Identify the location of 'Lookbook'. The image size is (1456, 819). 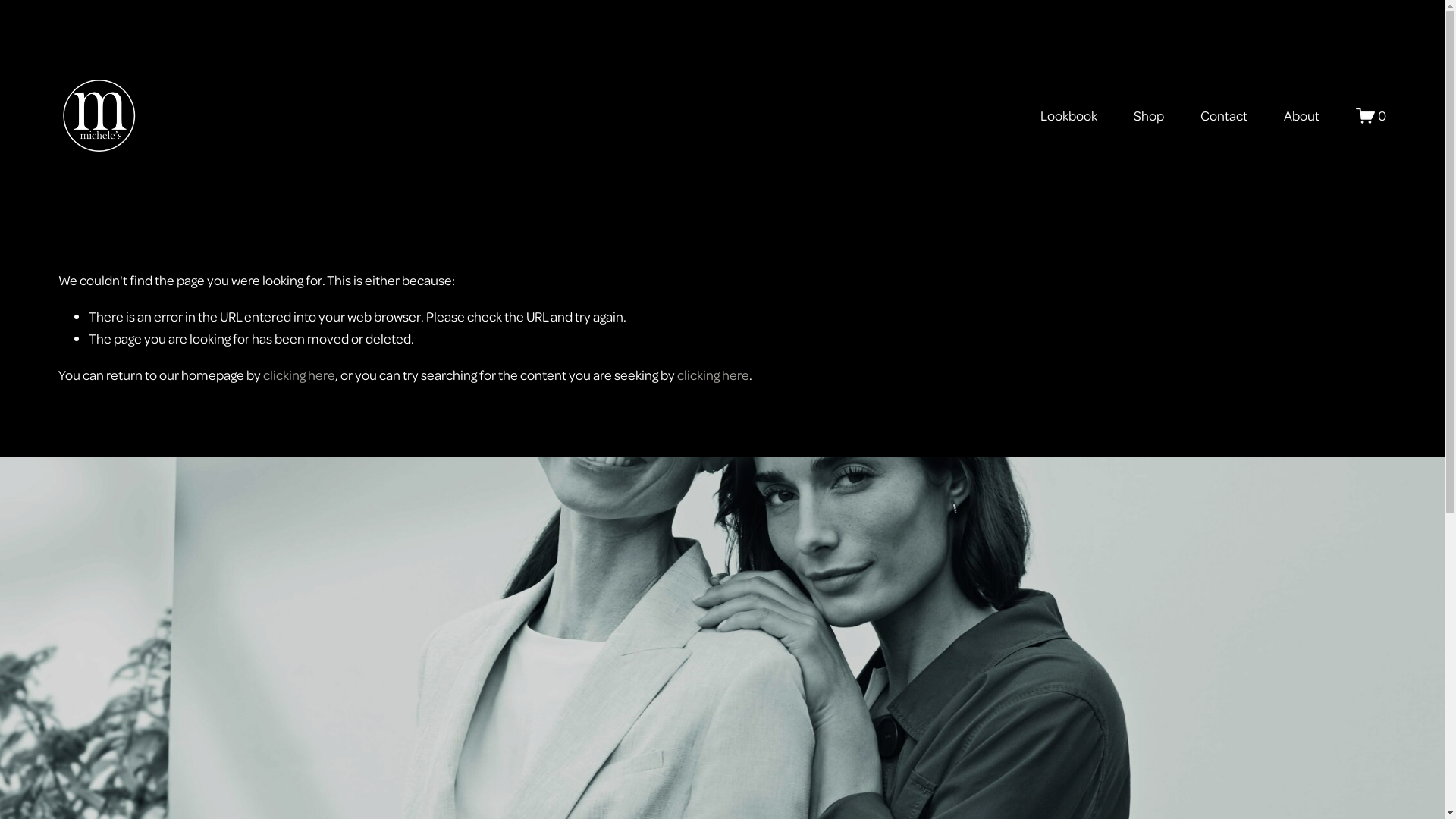
(1068, 115).